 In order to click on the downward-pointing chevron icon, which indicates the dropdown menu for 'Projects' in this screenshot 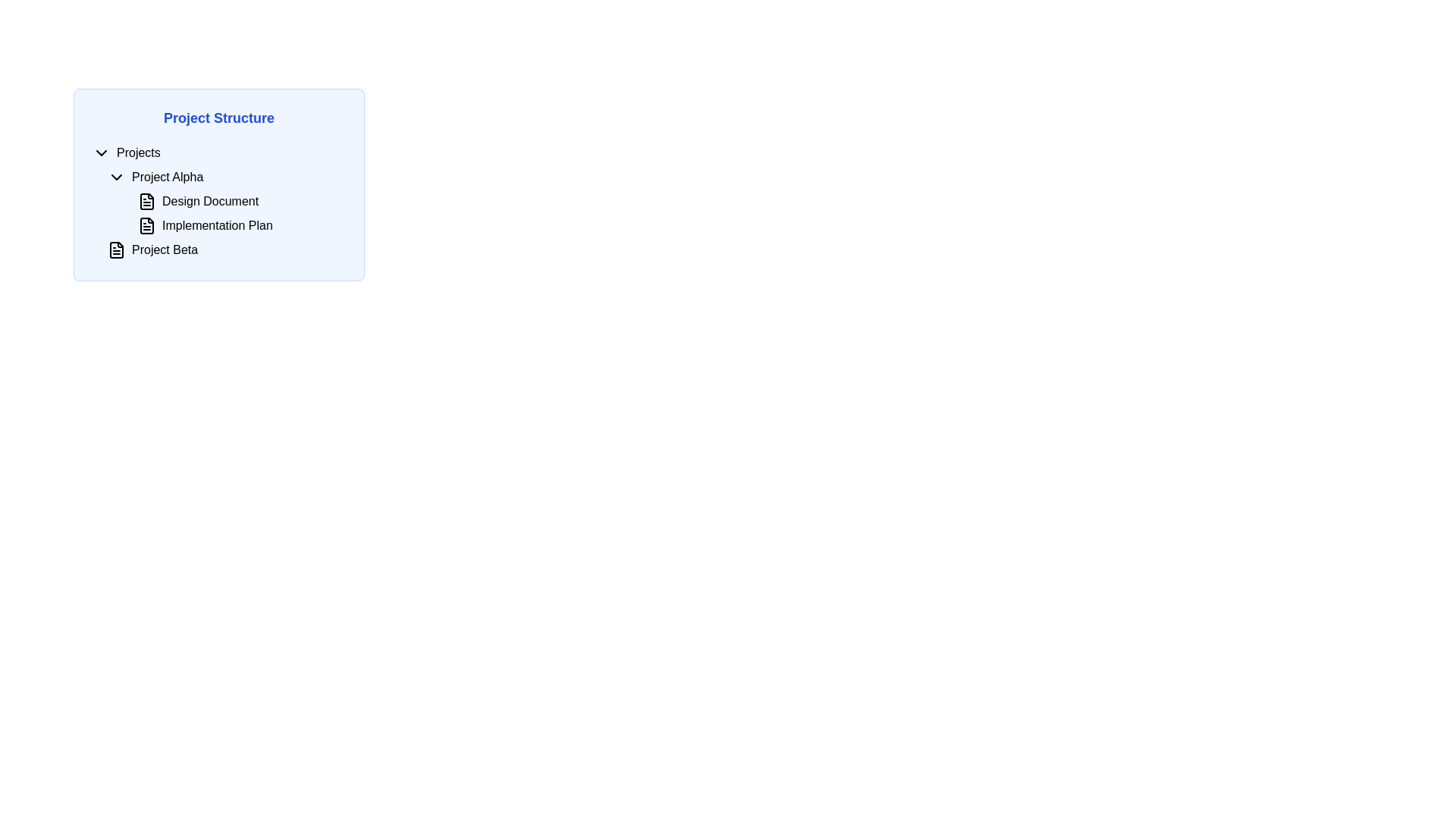, I will do `click(101, 152)`.